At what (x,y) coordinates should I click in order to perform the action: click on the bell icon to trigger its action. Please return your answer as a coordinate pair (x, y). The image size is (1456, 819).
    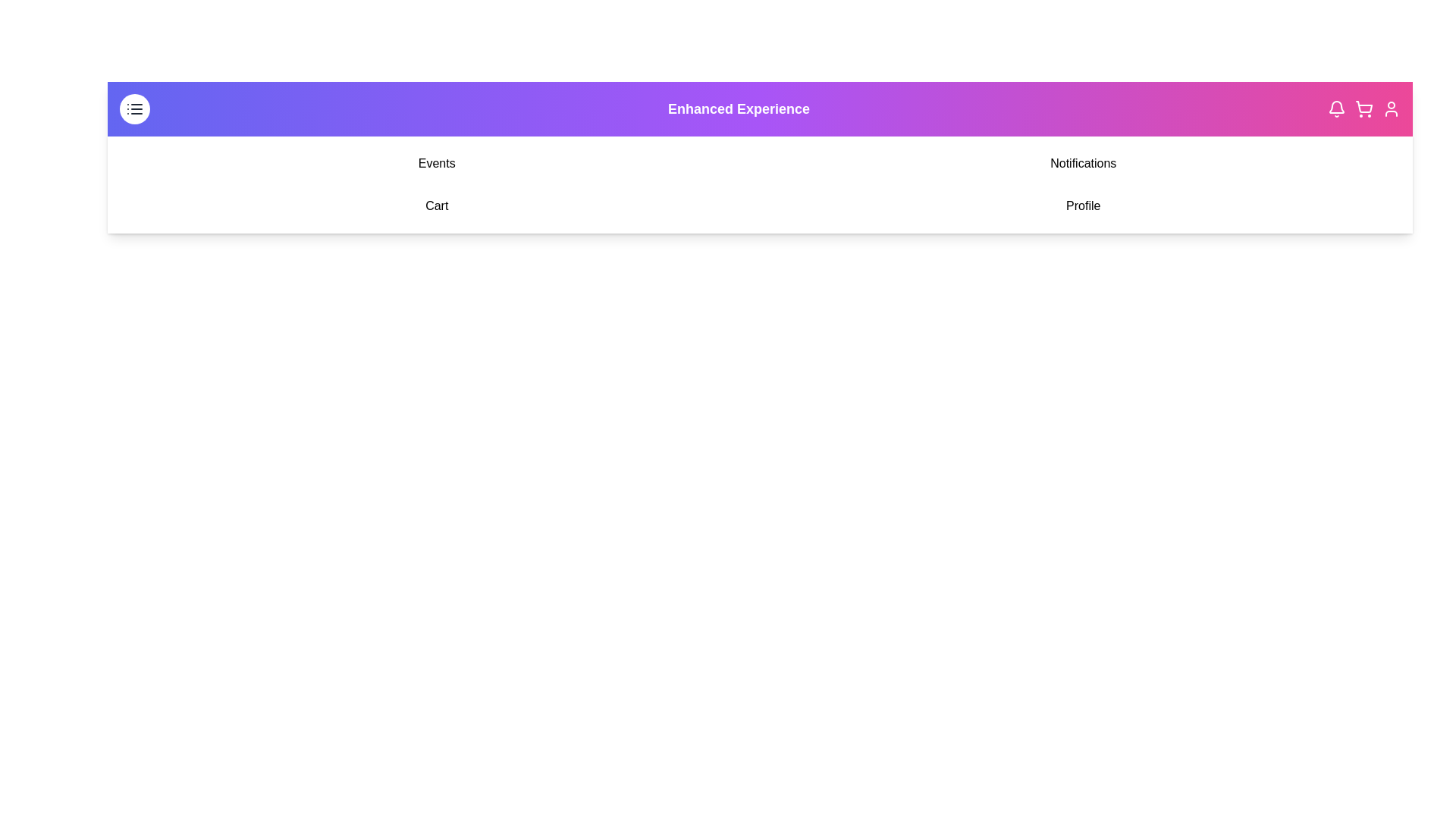
    Looking at the image, I should click on (1336, 108).